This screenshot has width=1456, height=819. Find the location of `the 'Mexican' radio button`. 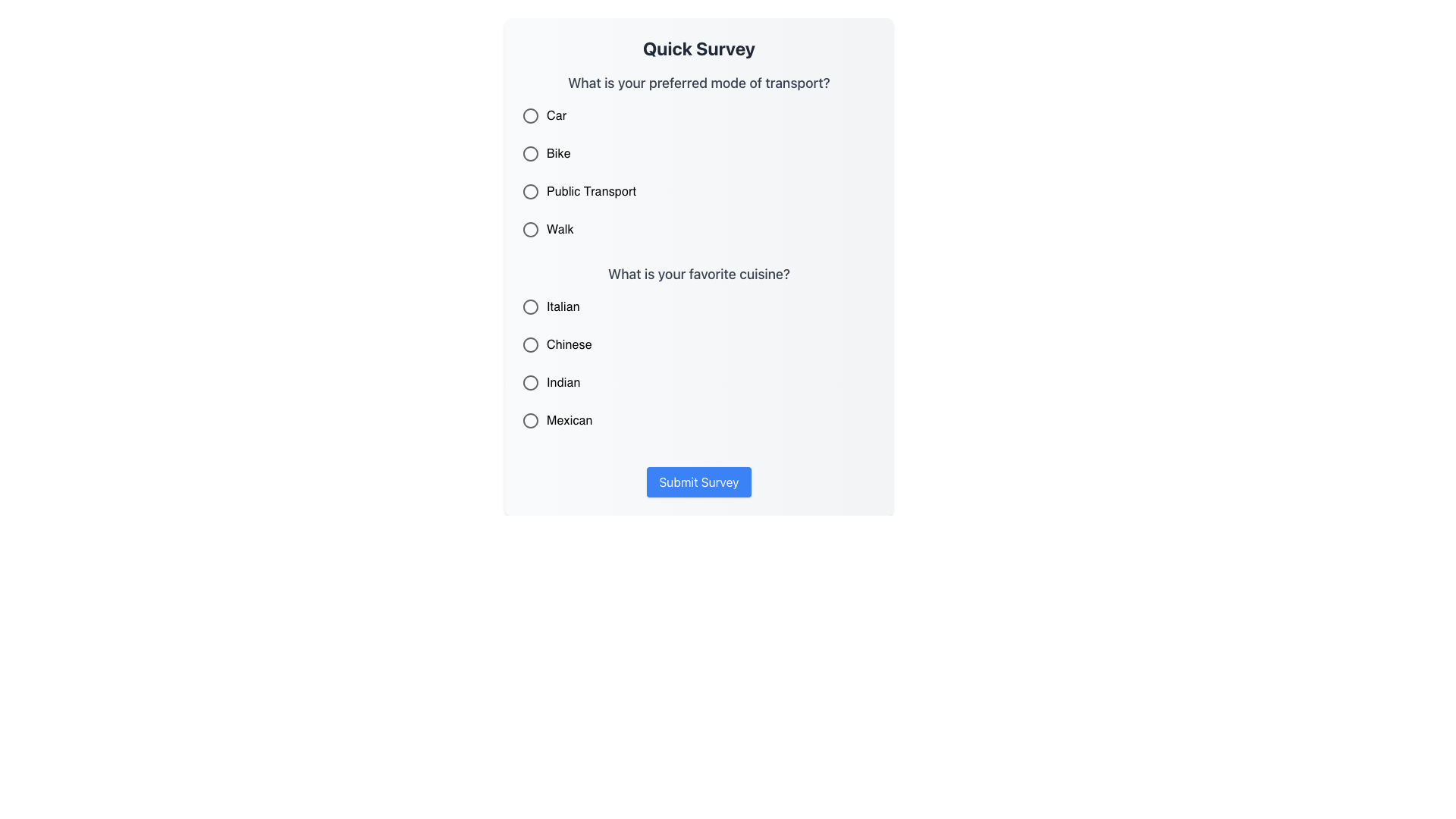

the 'Mexican' radio button is located at coordinates (688, 421).